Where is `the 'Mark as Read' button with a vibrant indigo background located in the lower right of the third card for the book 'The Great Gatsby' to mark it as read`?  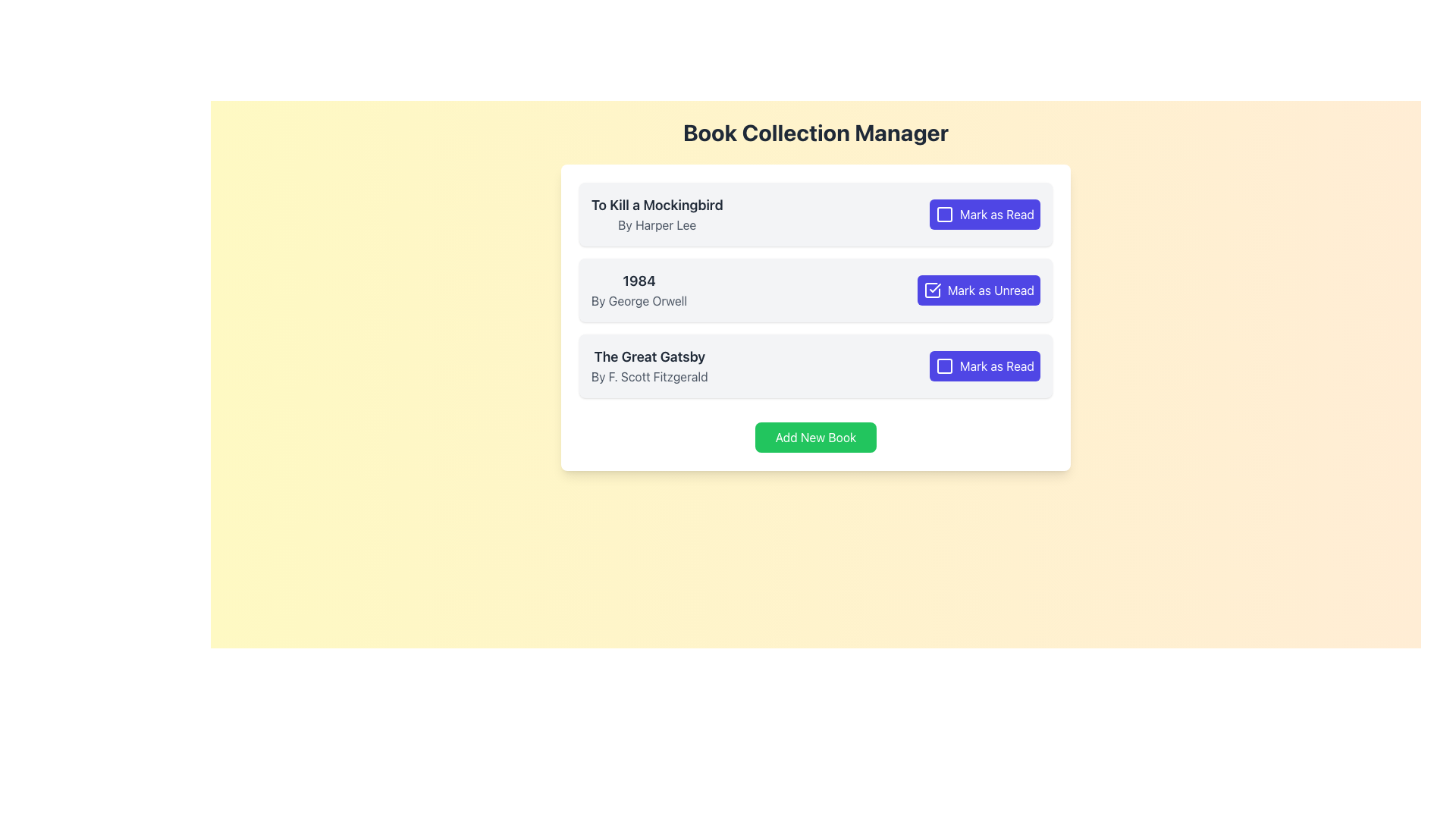
the 'Mark as Read' button with a vibrant indigo background located in the lower right of the third card for the book 'The Great Gatsby' to mark it as read is located at coordinates (984, 366).